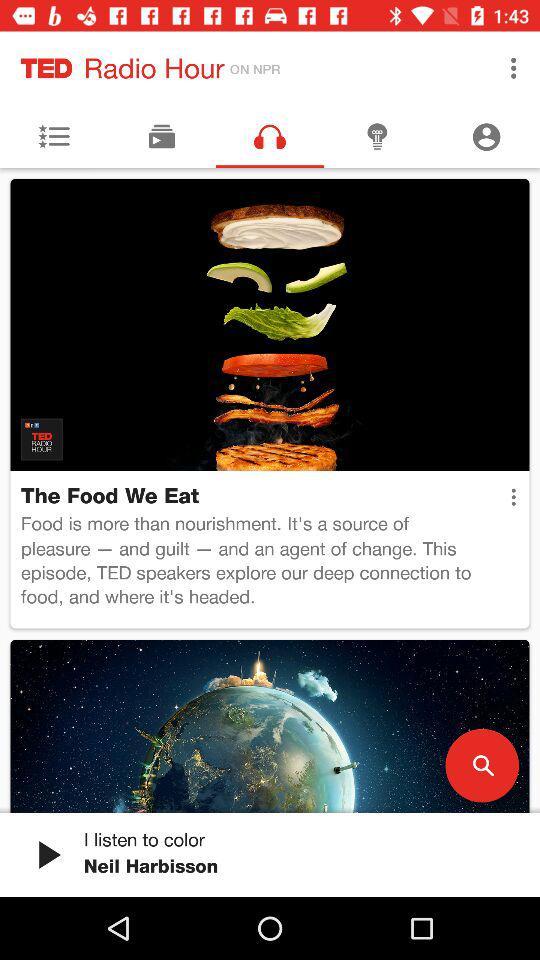 This screenshot has height=960, width=540. What do you see at coordinates (513, 68) in the screenshot?
I see `icon to the right of the on npr` at bounding box center [513, 68].